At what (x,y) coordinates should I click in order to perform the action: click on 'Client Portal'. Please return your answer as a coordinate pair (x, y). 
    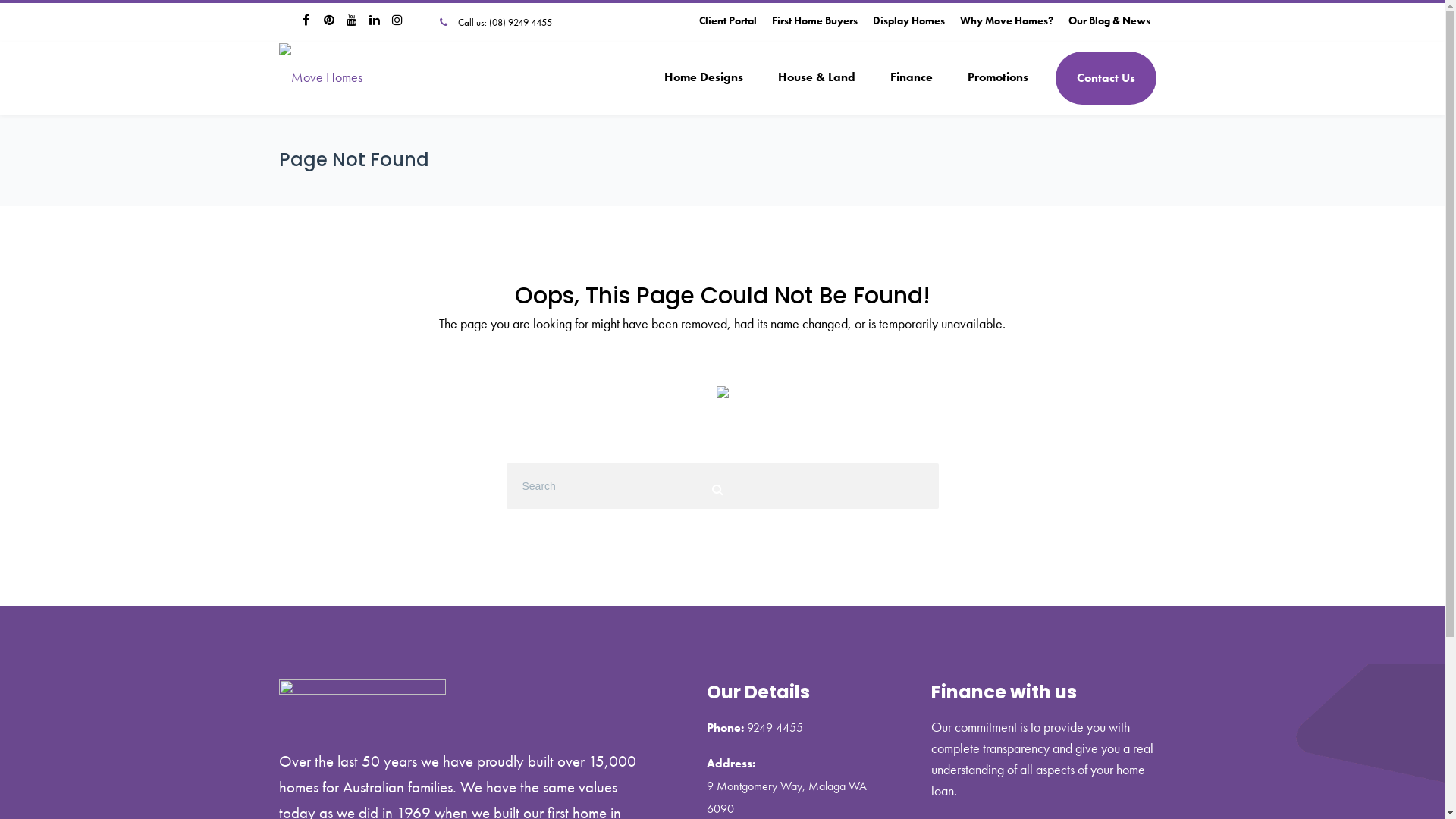
    Looking at the image, I should click on (728, 20).